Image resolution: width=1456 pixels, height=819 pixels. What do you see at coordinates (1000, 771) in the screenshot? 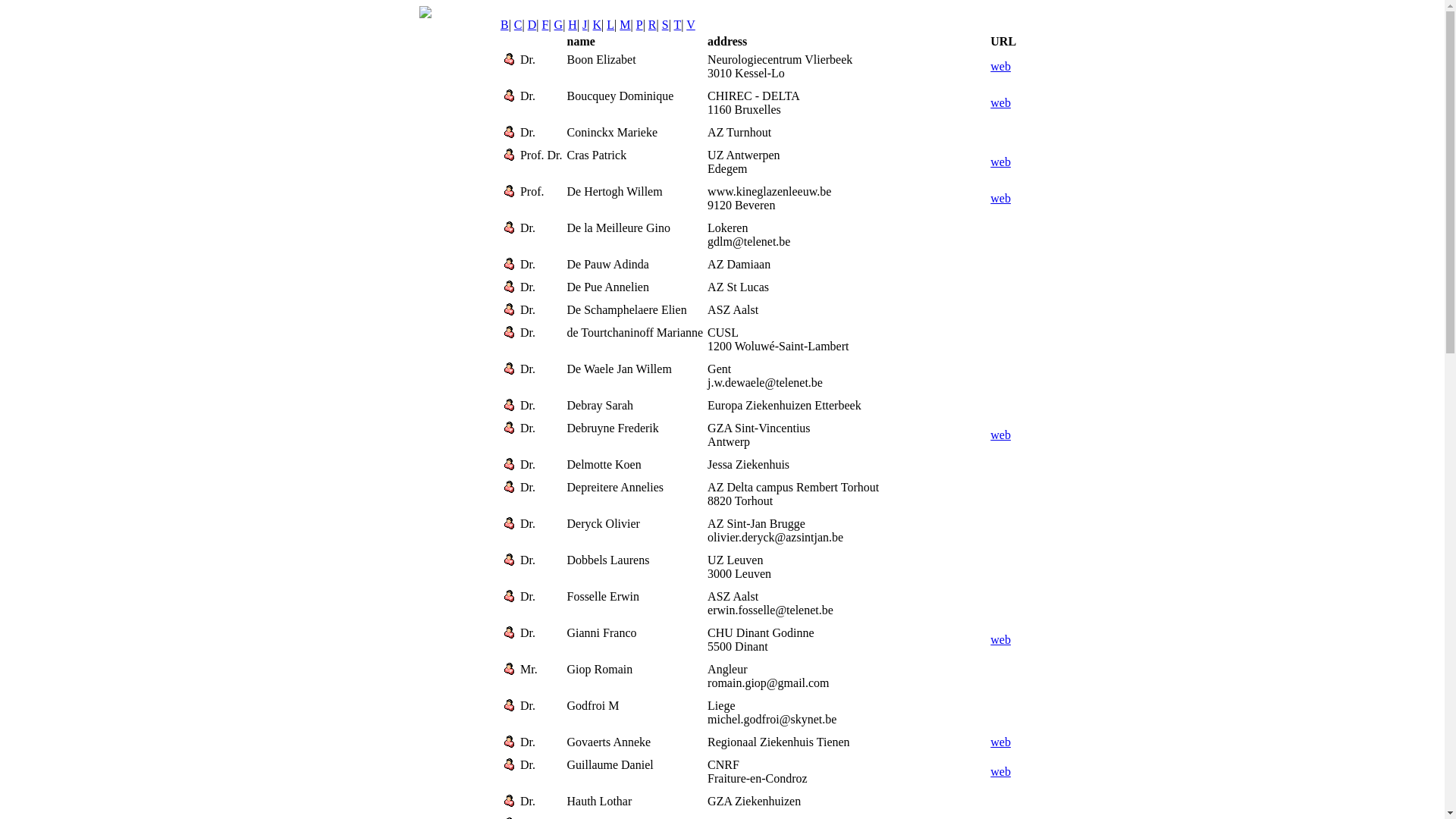
I see `'web'` at bounding box center [1000, 771].